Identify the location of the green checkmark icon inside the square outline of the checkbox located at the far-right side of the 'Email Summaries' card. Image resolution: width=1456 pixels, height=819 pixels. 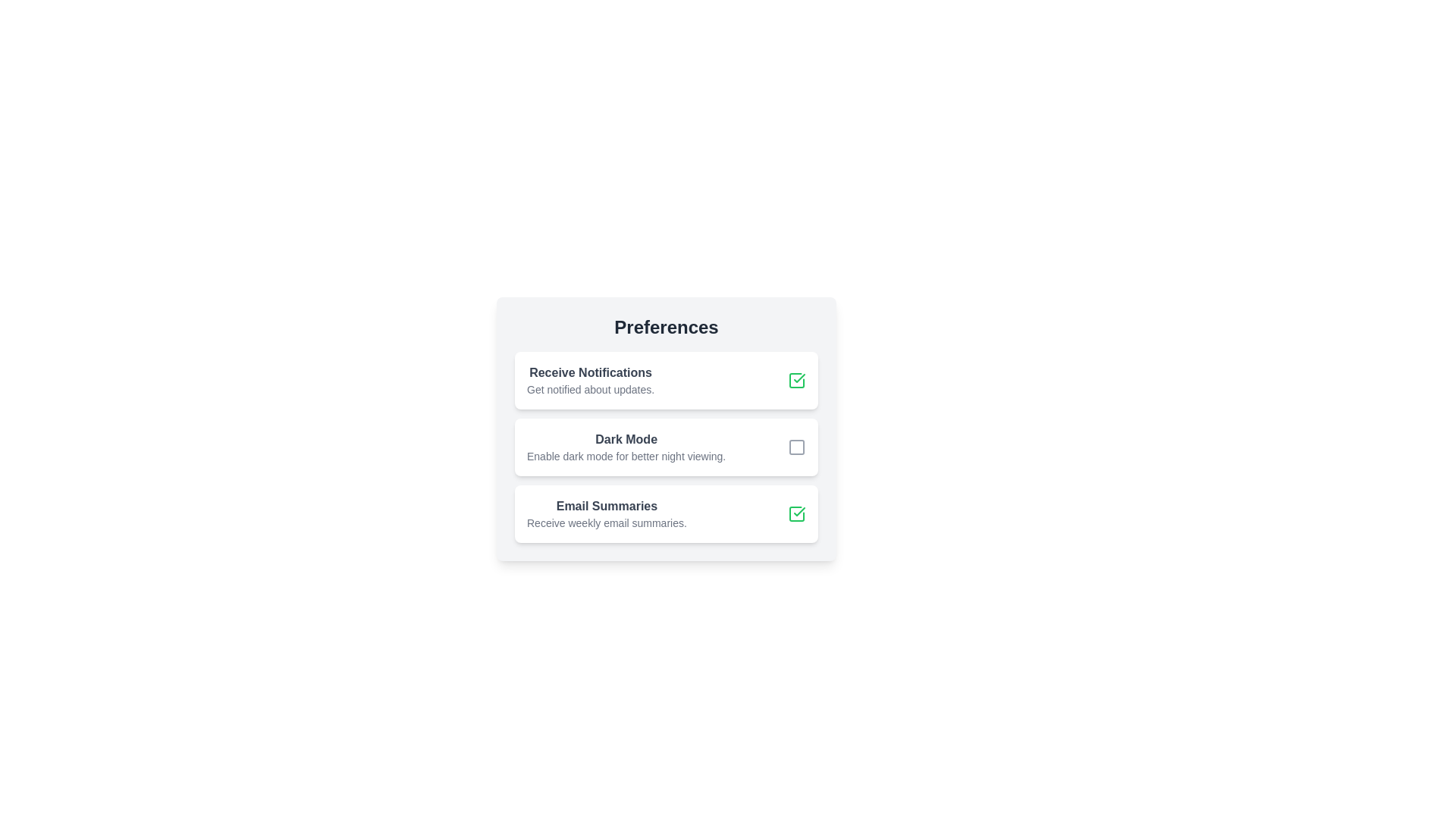
(796, 513).